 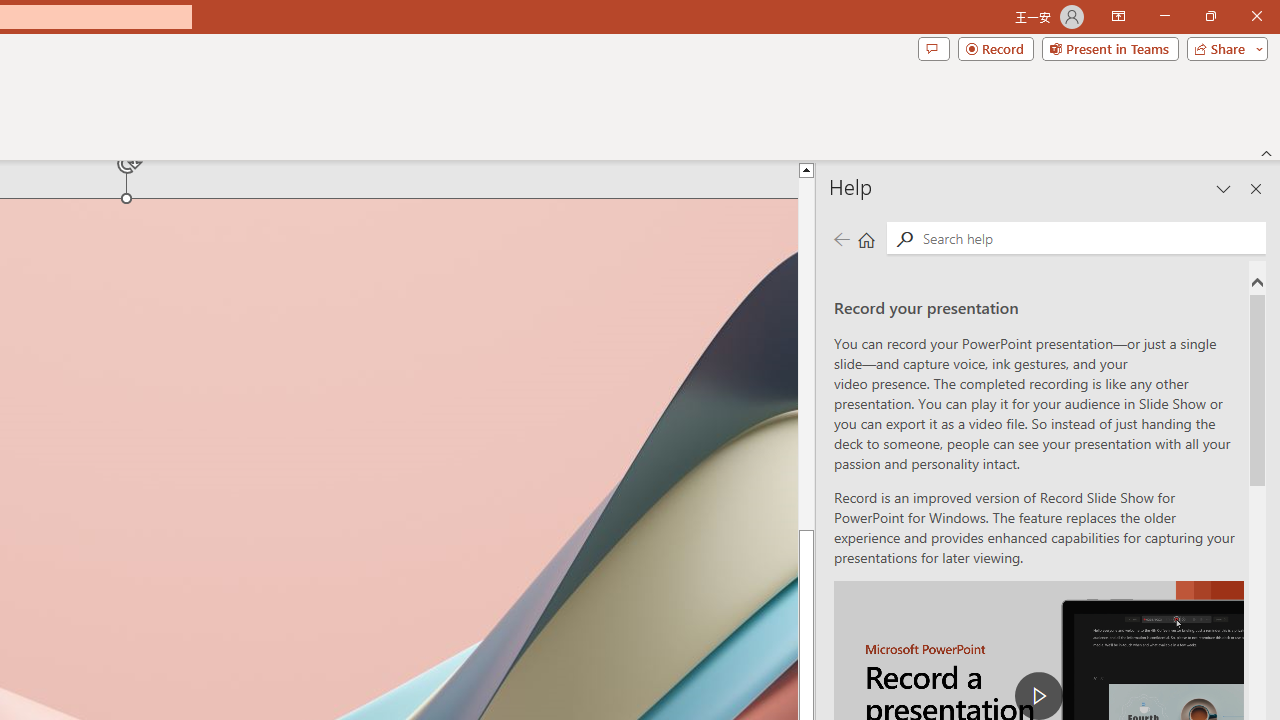 I want to click on 'Home', so click(x=866, y=238).